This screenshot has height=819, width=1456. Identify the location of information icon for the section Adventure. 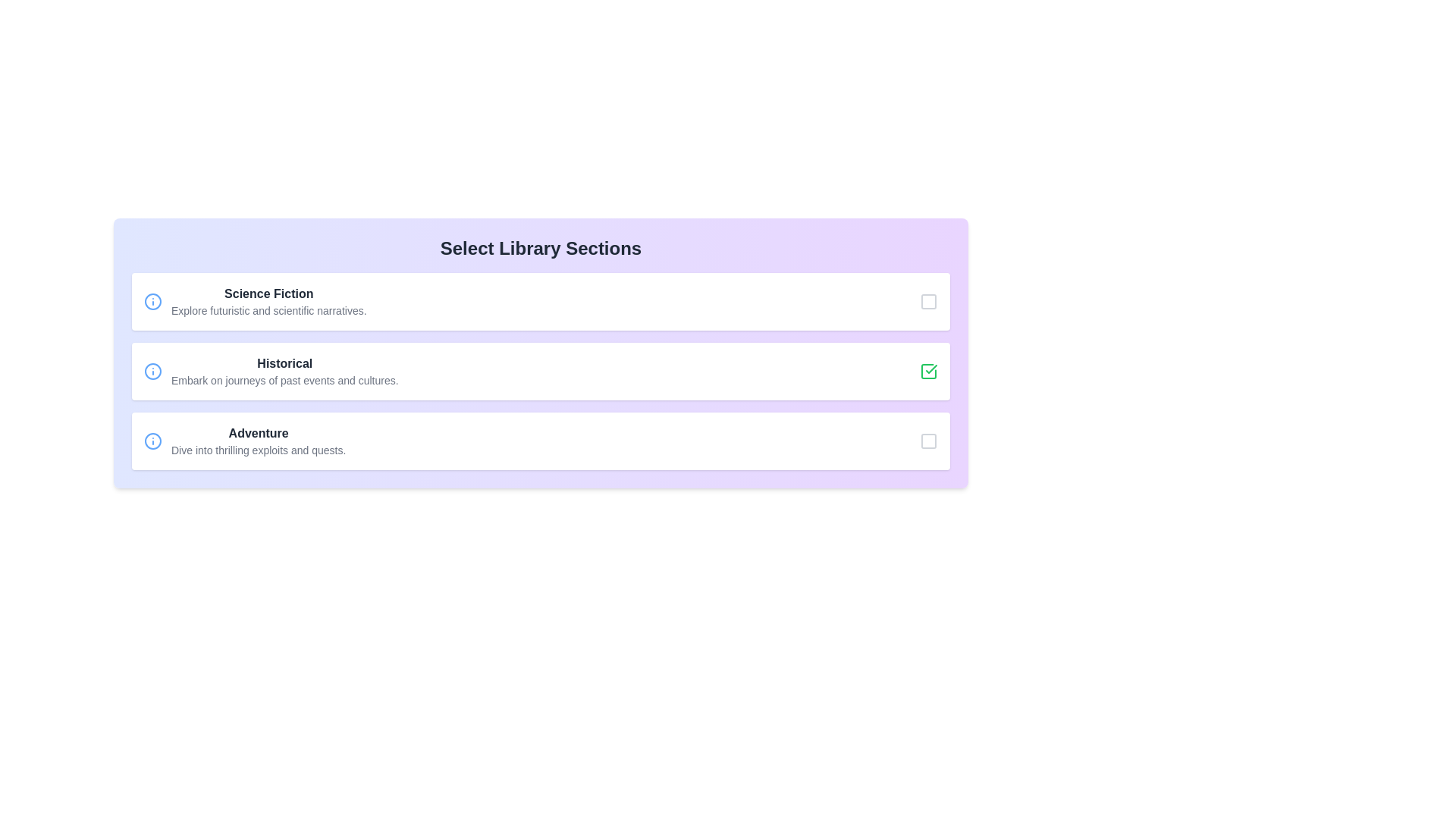
(152, 441).